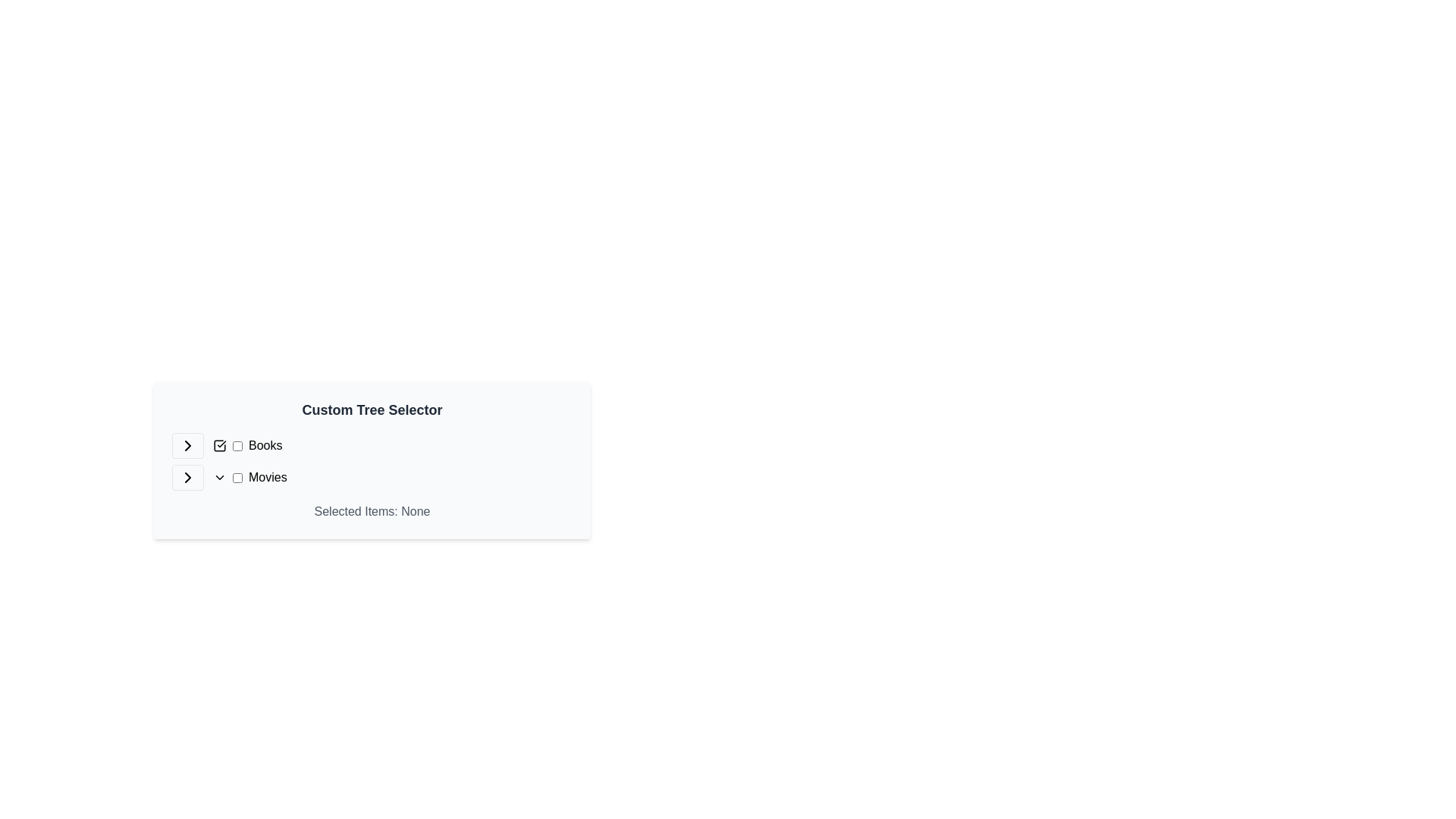  Describe the element at coordinates (372, 512) in the screenshot. I see `the Text Label that displays the current state of the selected items in the tree selector, located beneath the 'Movies' section` at that location.